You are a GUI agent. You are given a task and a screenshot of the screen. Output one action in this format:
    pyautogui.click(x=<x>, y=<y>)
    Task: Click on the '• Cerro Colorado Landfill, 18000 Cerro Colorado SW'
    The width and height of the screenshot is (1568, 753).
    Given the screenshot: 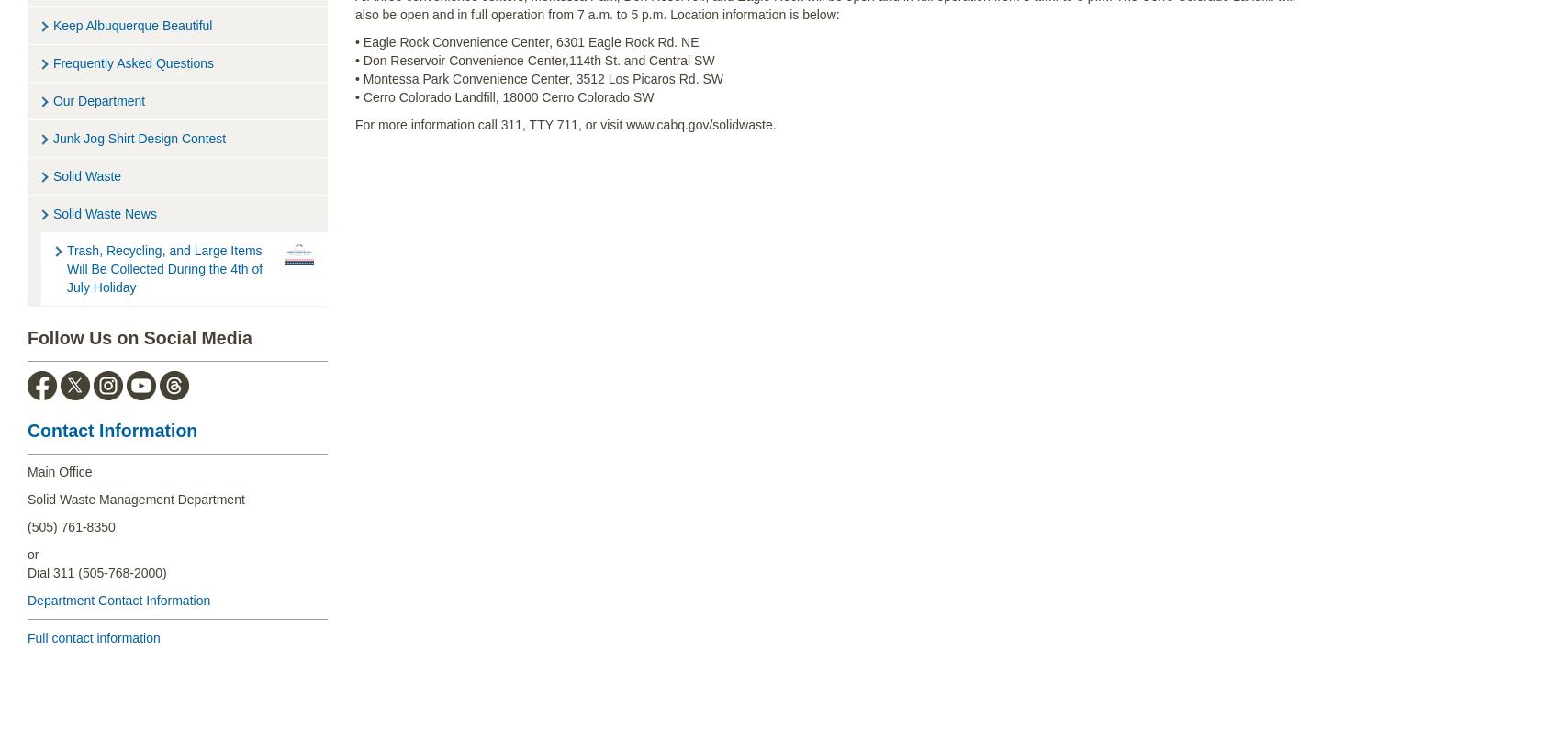 What is the action you would take?
    pyautogui.click(x=355, y=95)
    